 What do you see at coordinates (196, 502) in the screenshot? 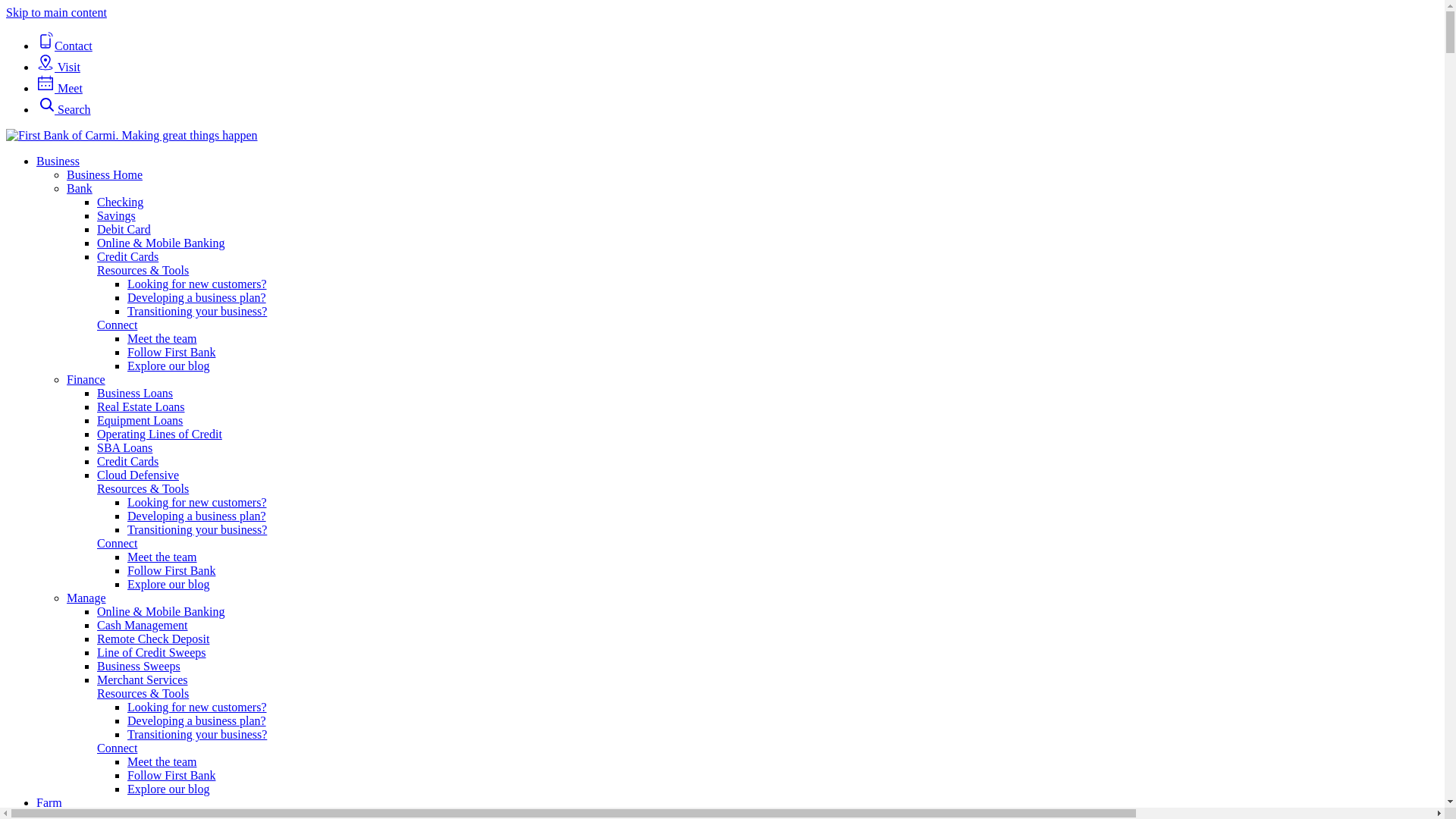
I see `'Looking for new customers?'` at bounding box center [196, 502].